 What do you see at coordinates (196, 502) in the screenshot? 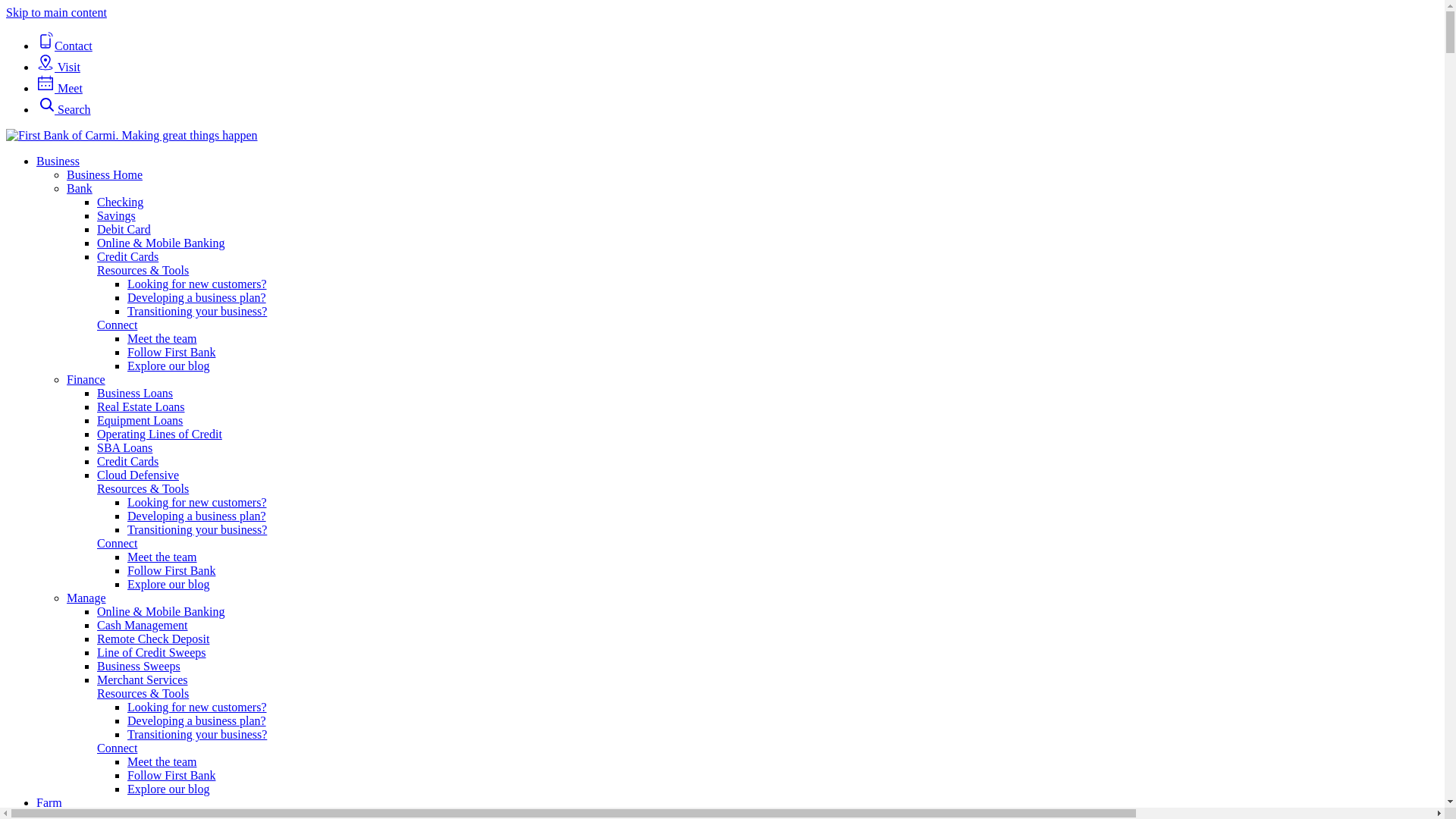
I see `'Looking for new customers?'` at bounding box center [196, 502].